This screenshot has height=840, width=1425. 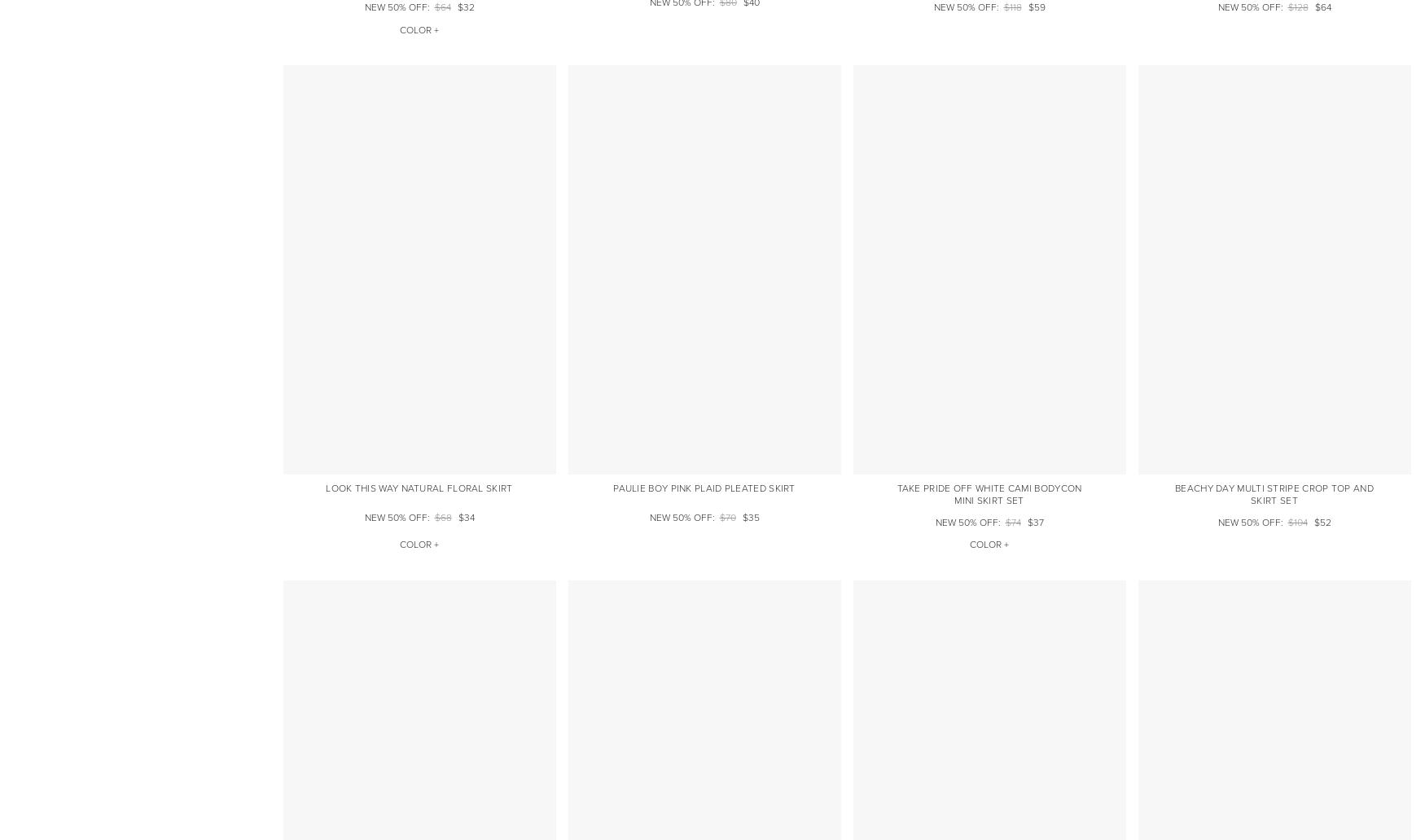 I want to click on '$35', so click(x=749, y=517).